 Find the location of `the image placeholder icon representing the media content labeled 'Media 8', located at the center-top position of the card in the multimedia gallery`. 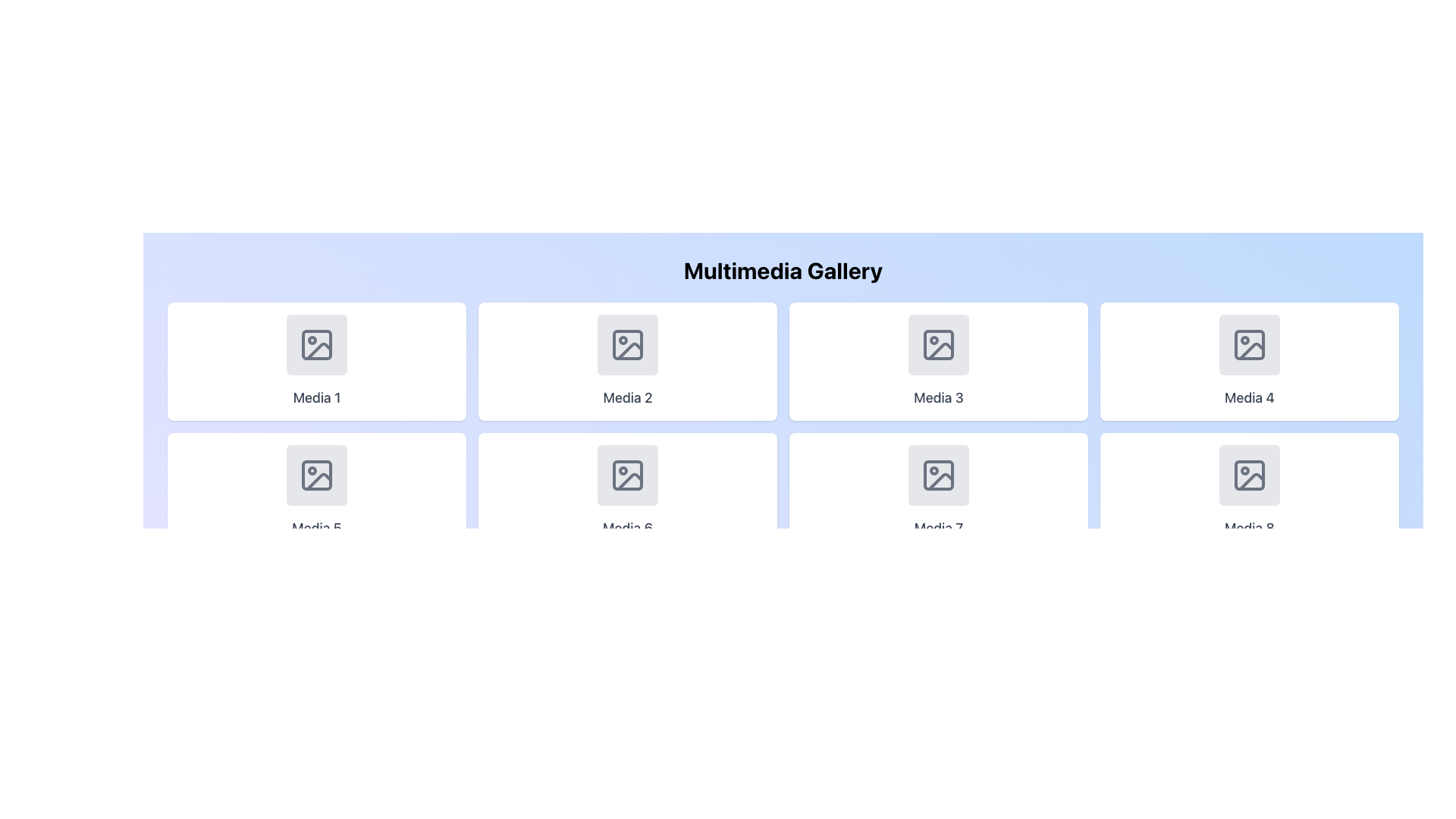

the image placeholder icon representing the media content labeled 'Media 8', located at the center-top position of the card in the multimedia gallery is located at coordinates (1249, 475).